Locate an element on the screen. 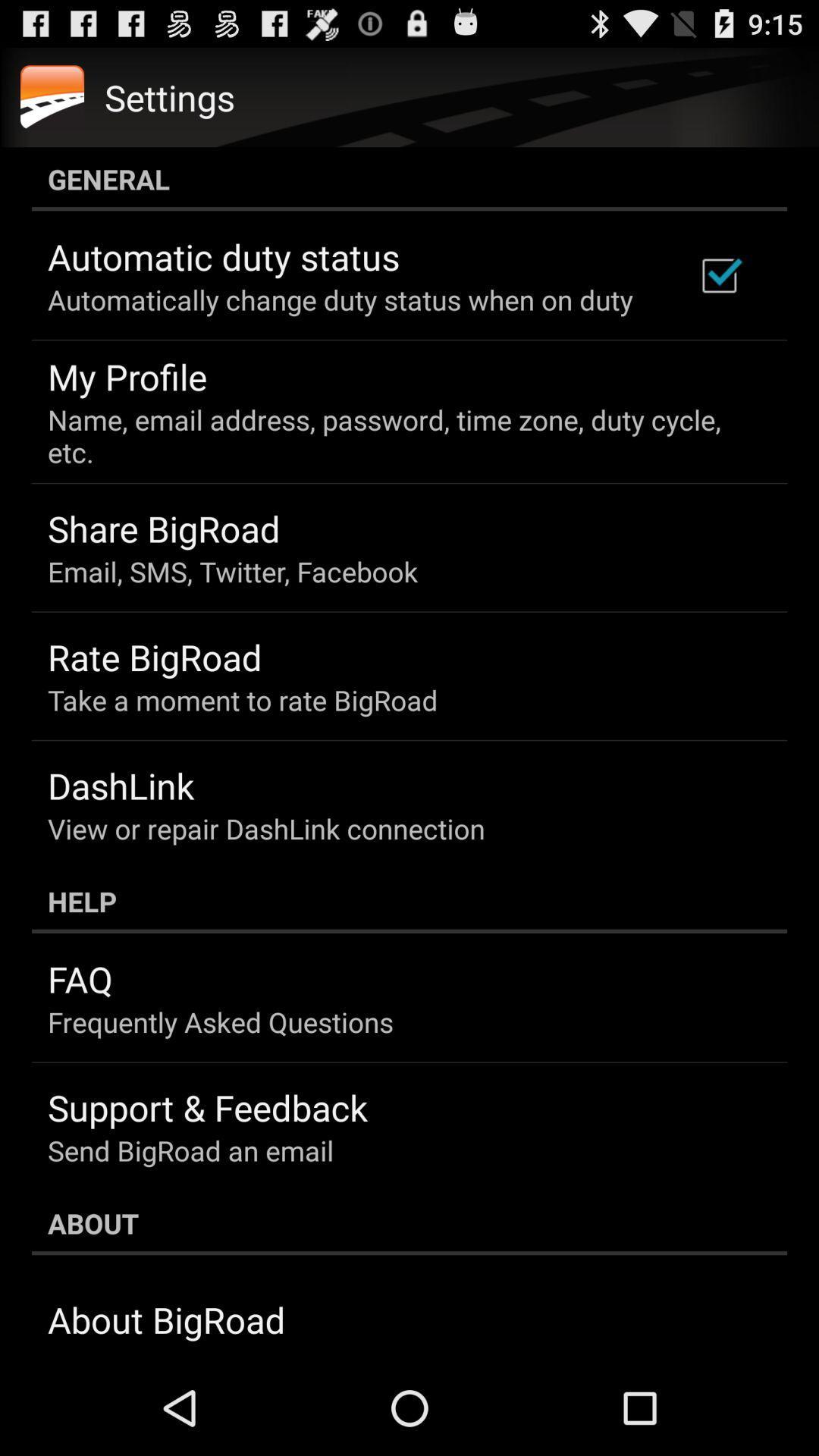 This screenshot has width=819, height=1456. app below the automatically change duty app is located at coordinates (127, 376).